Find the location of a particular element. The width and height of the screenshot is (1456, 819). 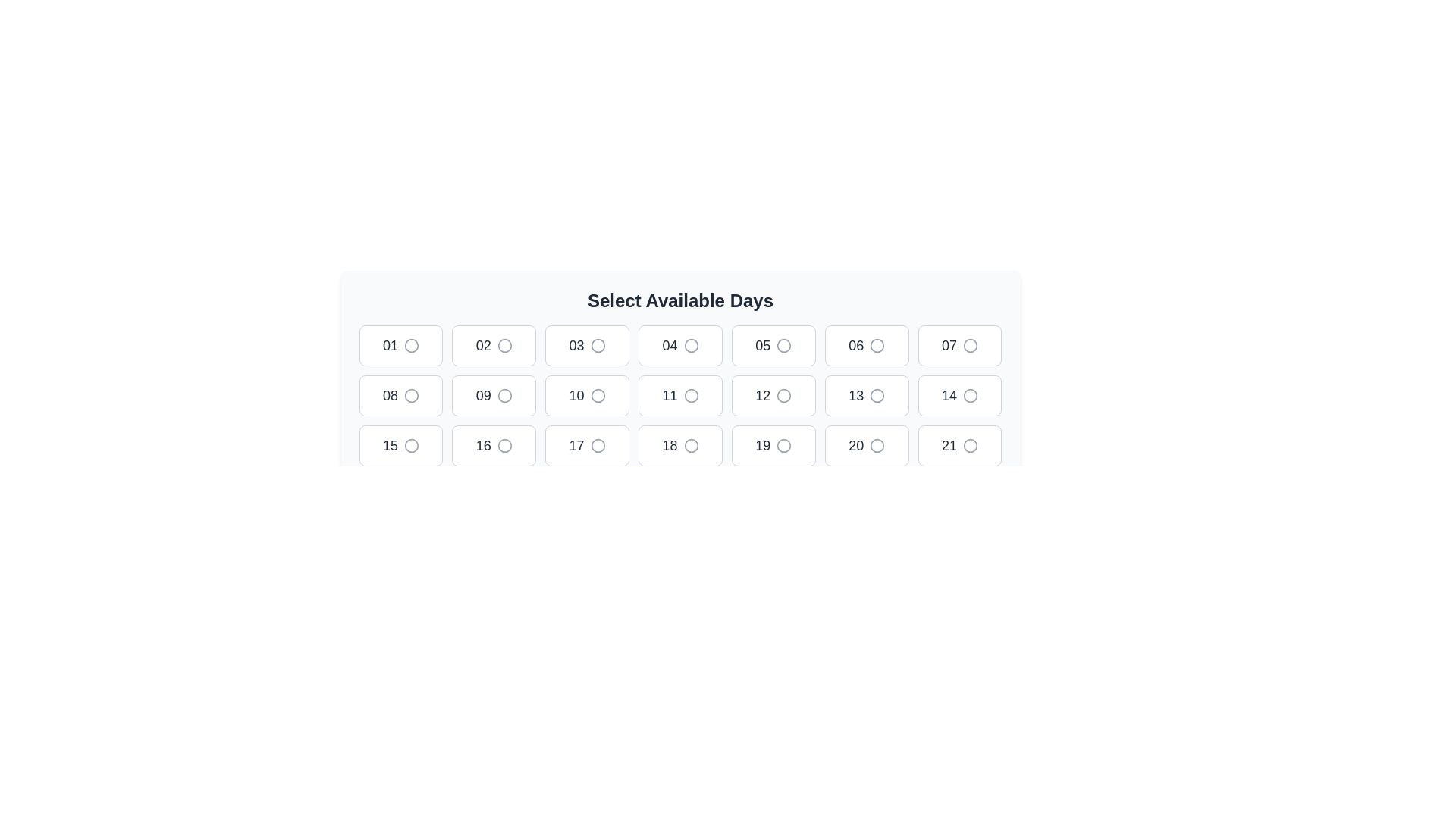

the radio button styled as a stroked outline circle located adjacent to the number '10' in the grid layout is located at coordinates (597, 394).